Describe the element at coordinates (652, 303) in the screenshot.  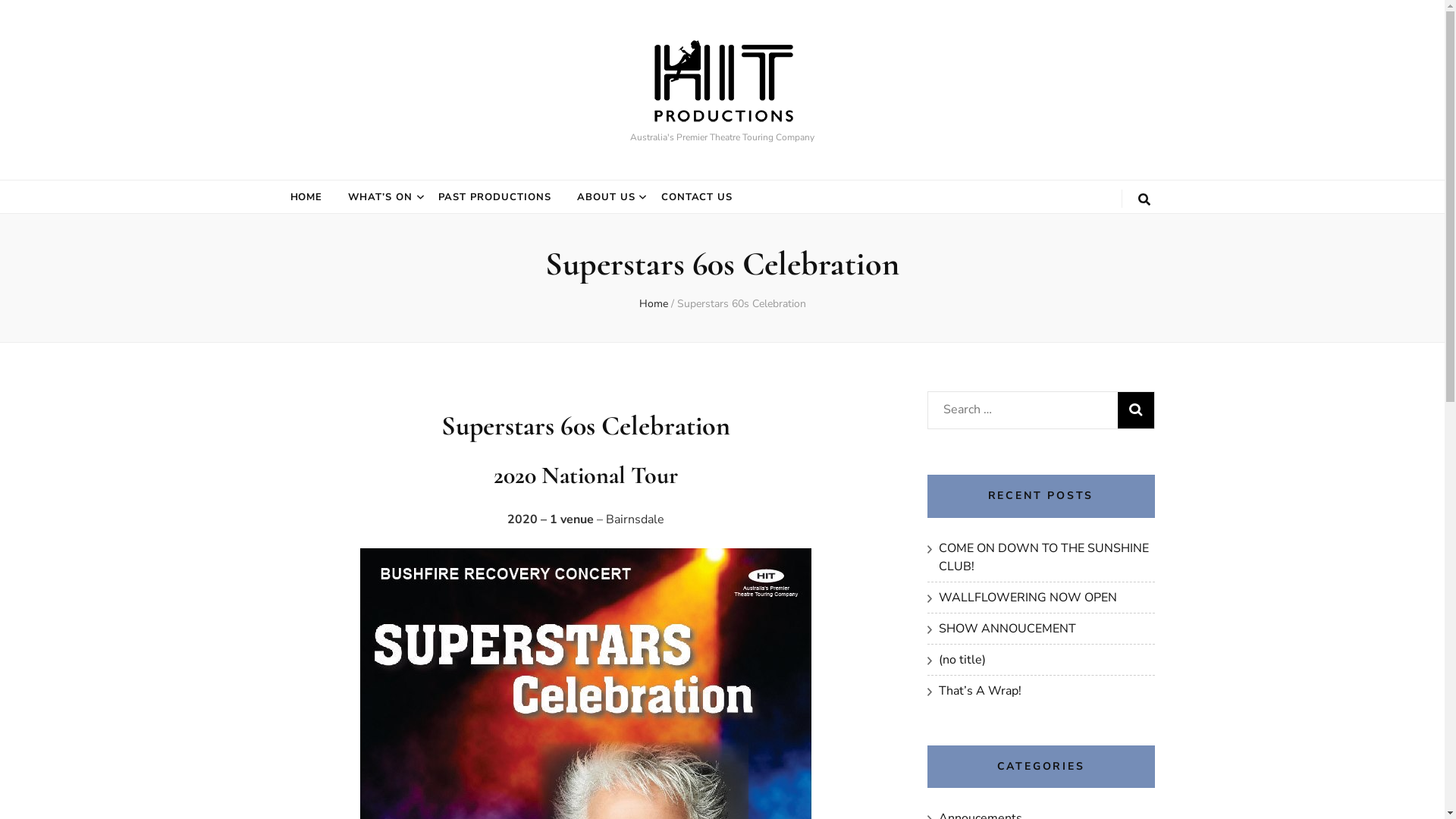
I see `'Home'` at that location.